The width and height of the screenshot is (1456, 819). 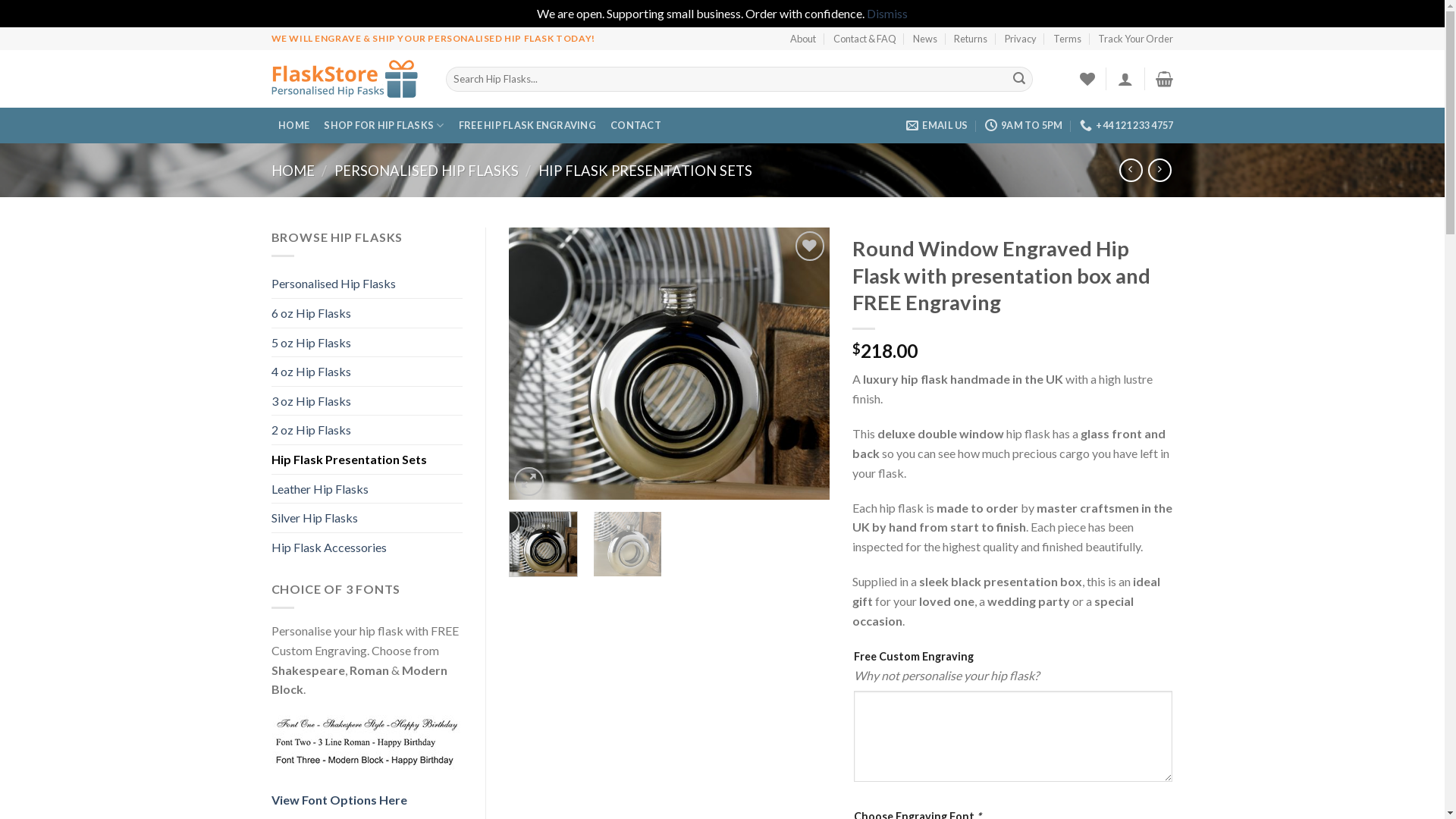 What do you see at coordinates (833, 37) in the screenshot?
I see `'Contact & FAQ'` at bounding box center [833, 37].